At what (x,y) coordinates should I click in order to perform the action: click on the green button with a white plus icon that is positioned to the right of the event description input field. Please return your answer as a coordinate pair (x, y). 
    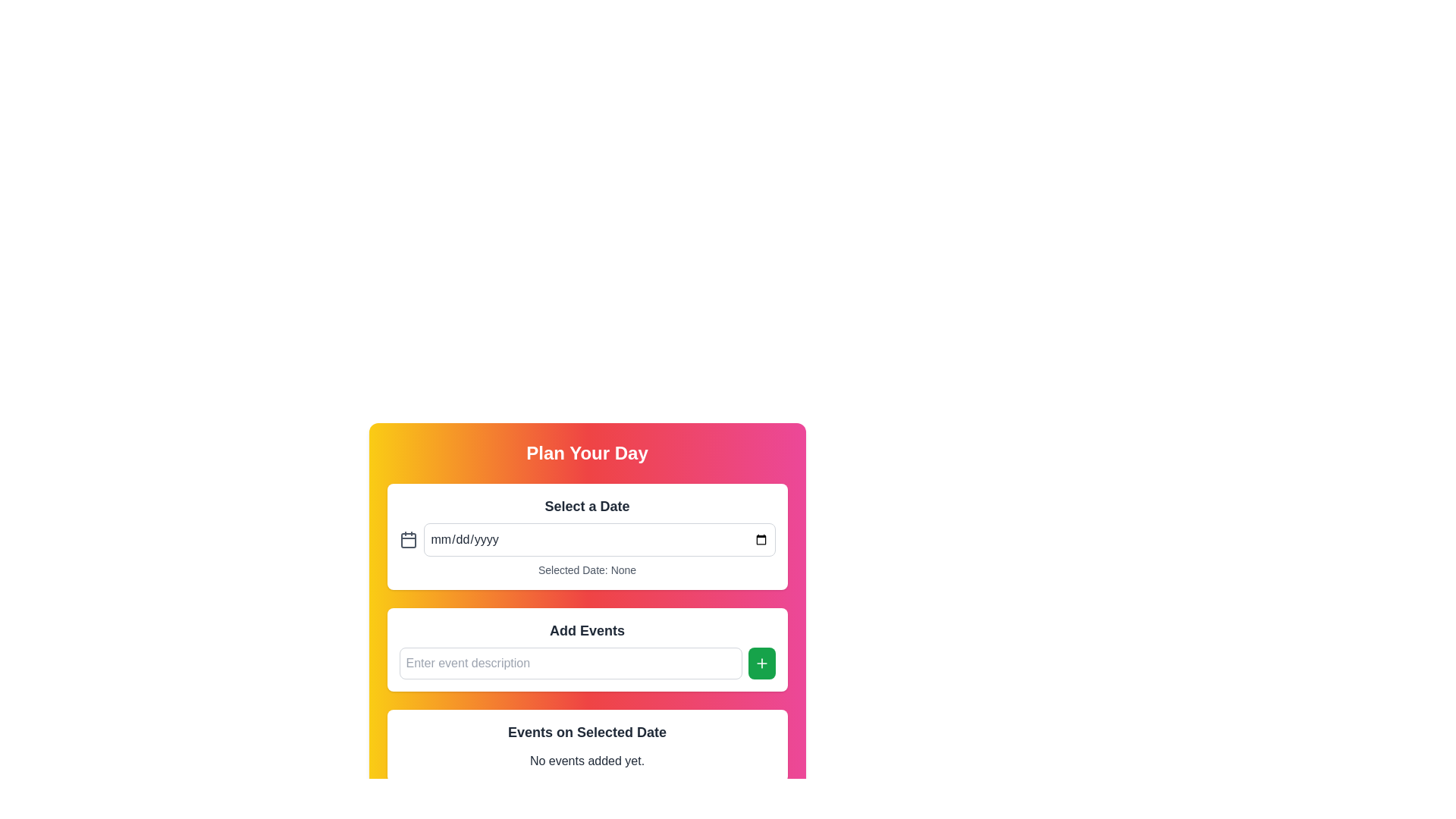
    Looking at the image, I should click on (761, 663).